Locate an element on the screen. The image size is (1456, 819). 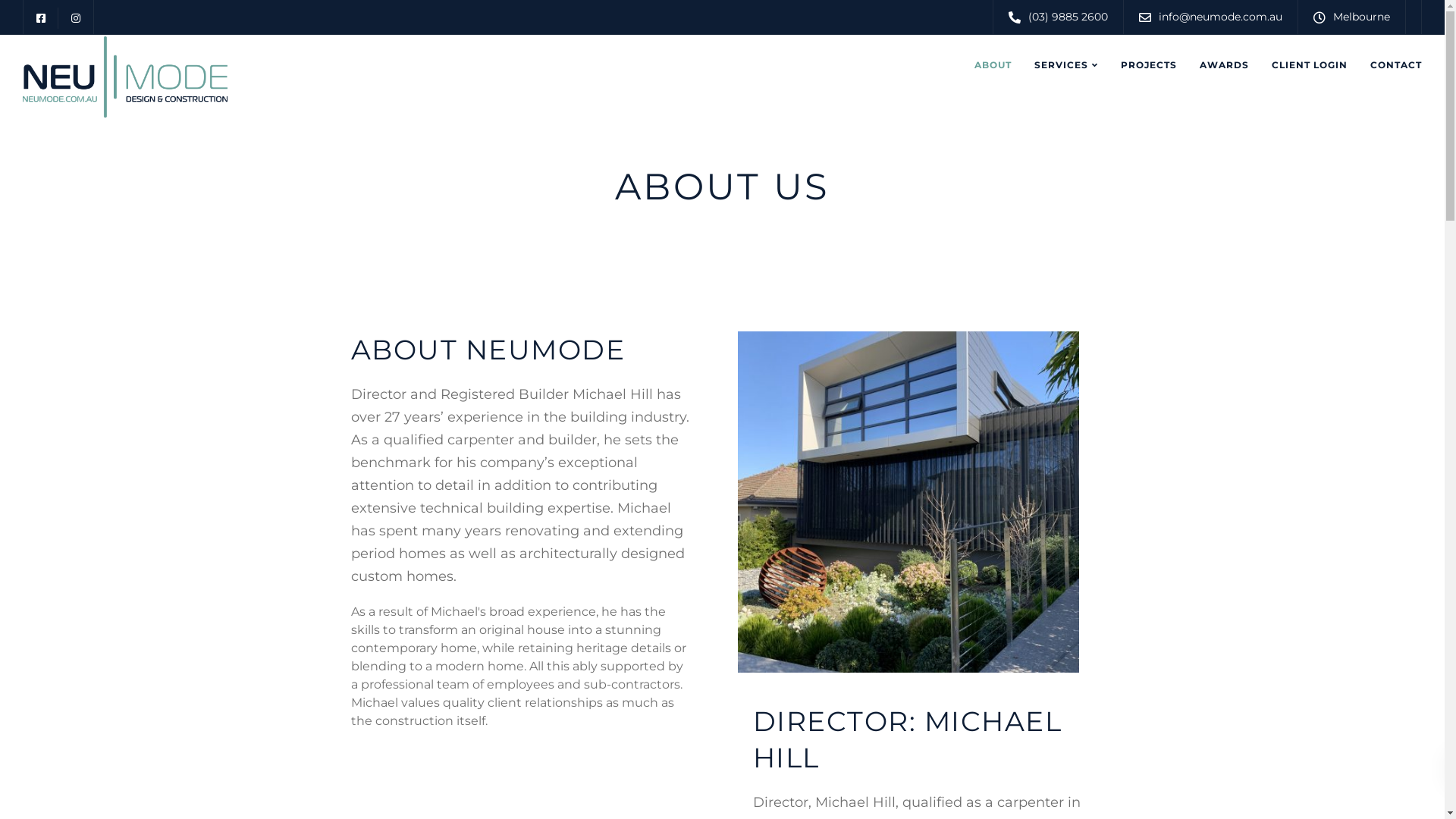
'CLIENT LOGIN' is located at coordinates (1309, 64).